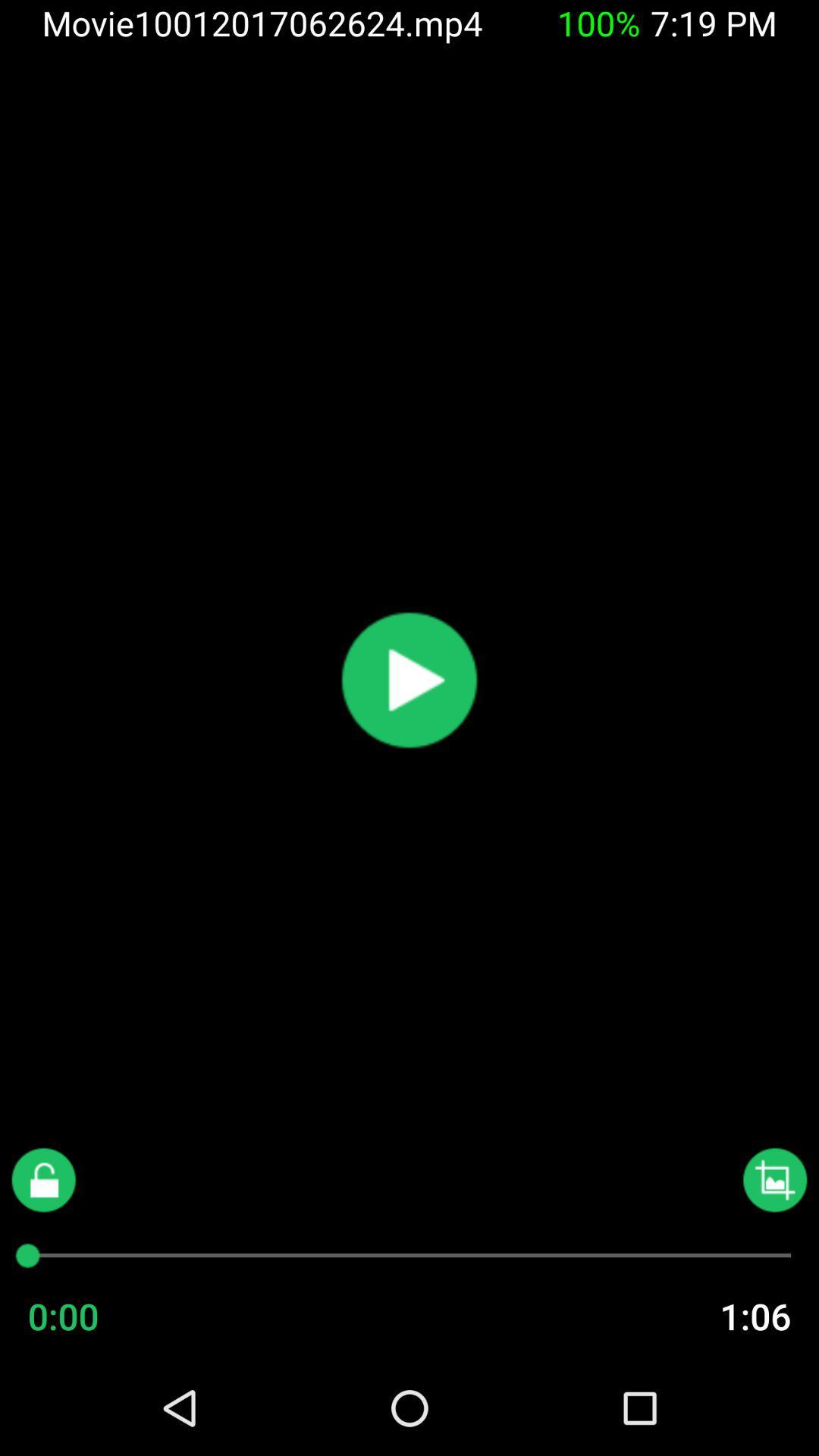  I want to click on video, so click(409, 679).